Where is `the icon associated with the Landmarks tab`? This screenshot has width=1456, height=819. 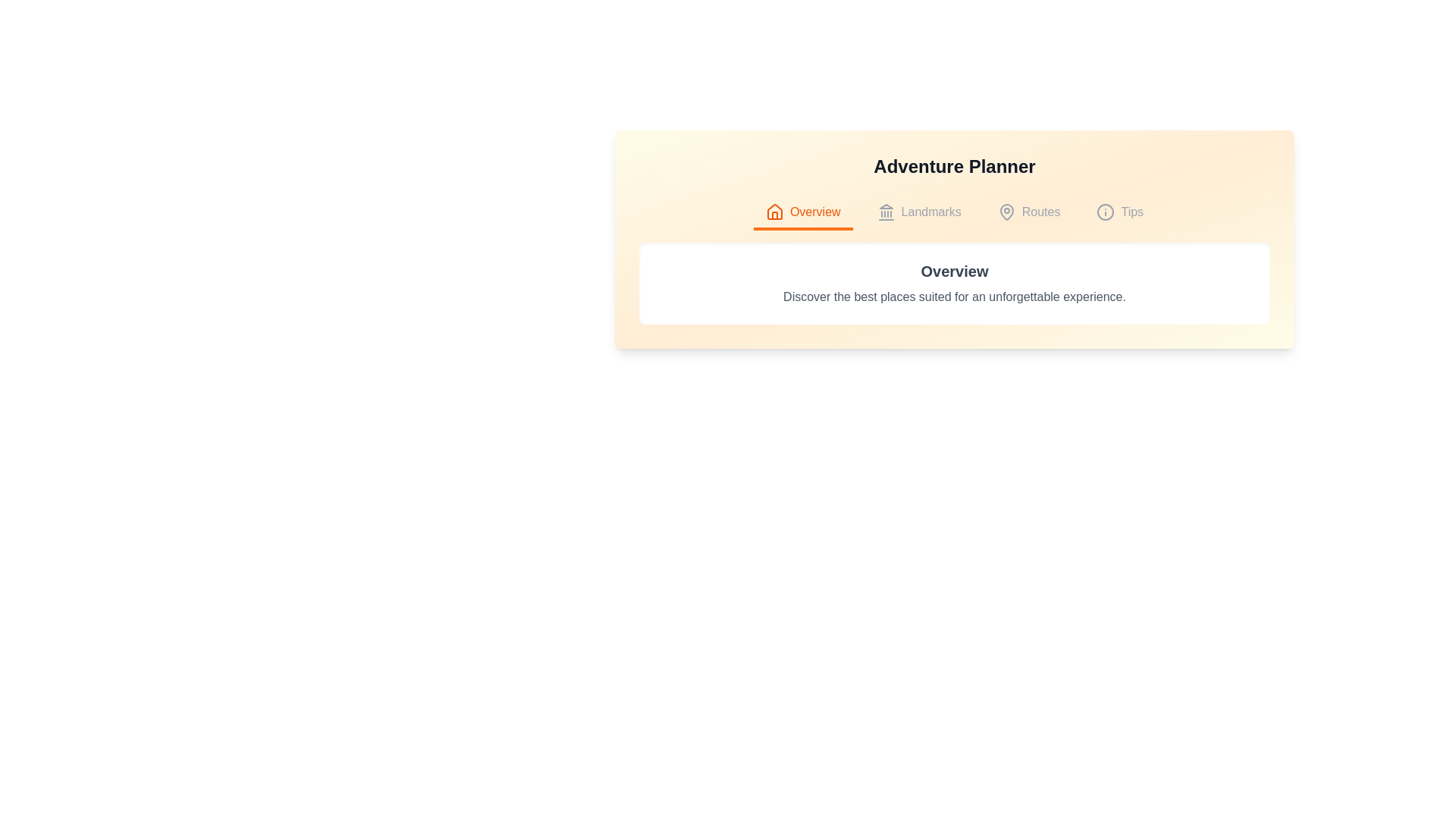 the icon associated with the Landmarks tab is located at coordinates (886, 212).